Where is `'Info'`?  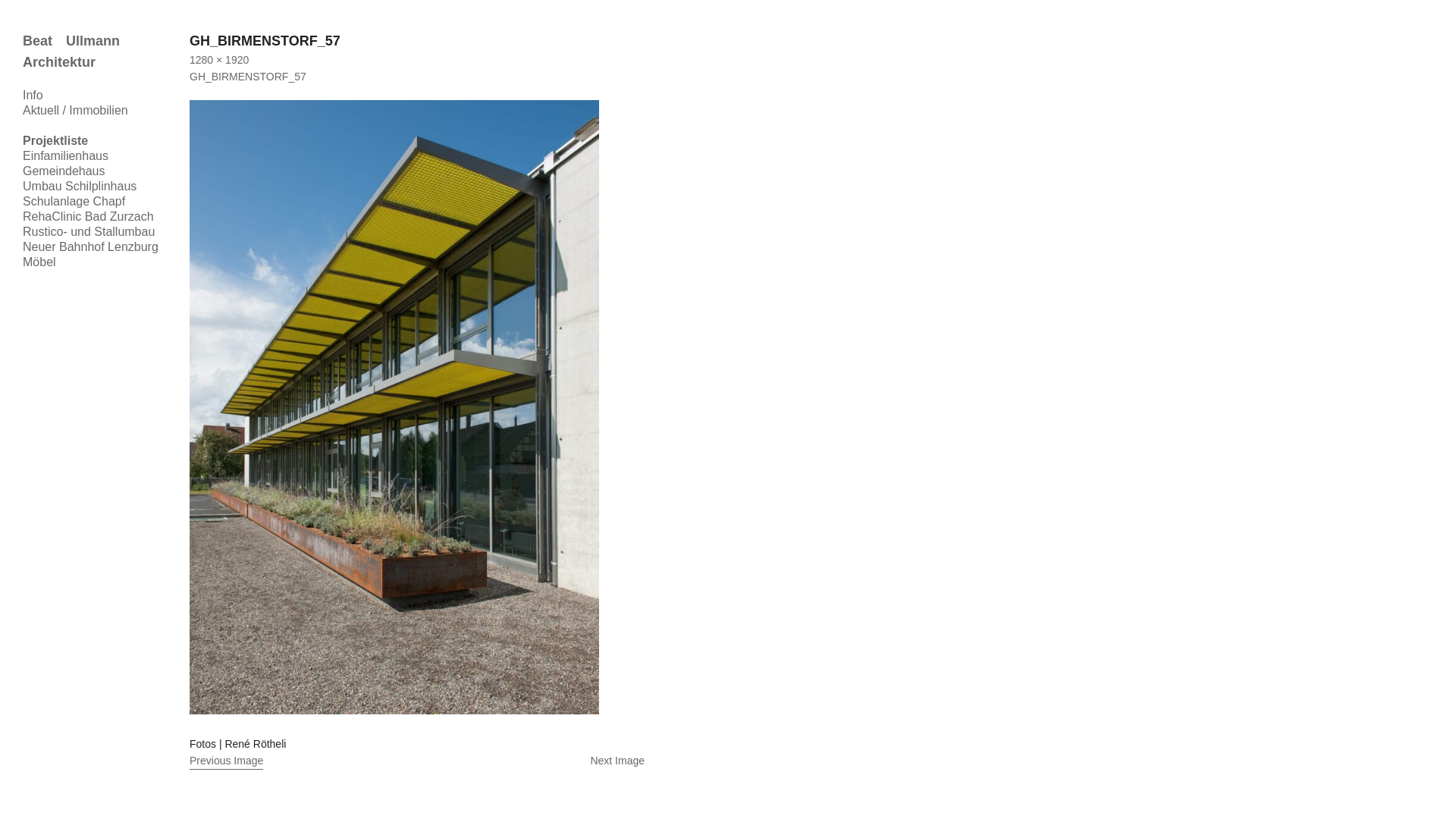
'Info' is located at coordinates (22, 95).